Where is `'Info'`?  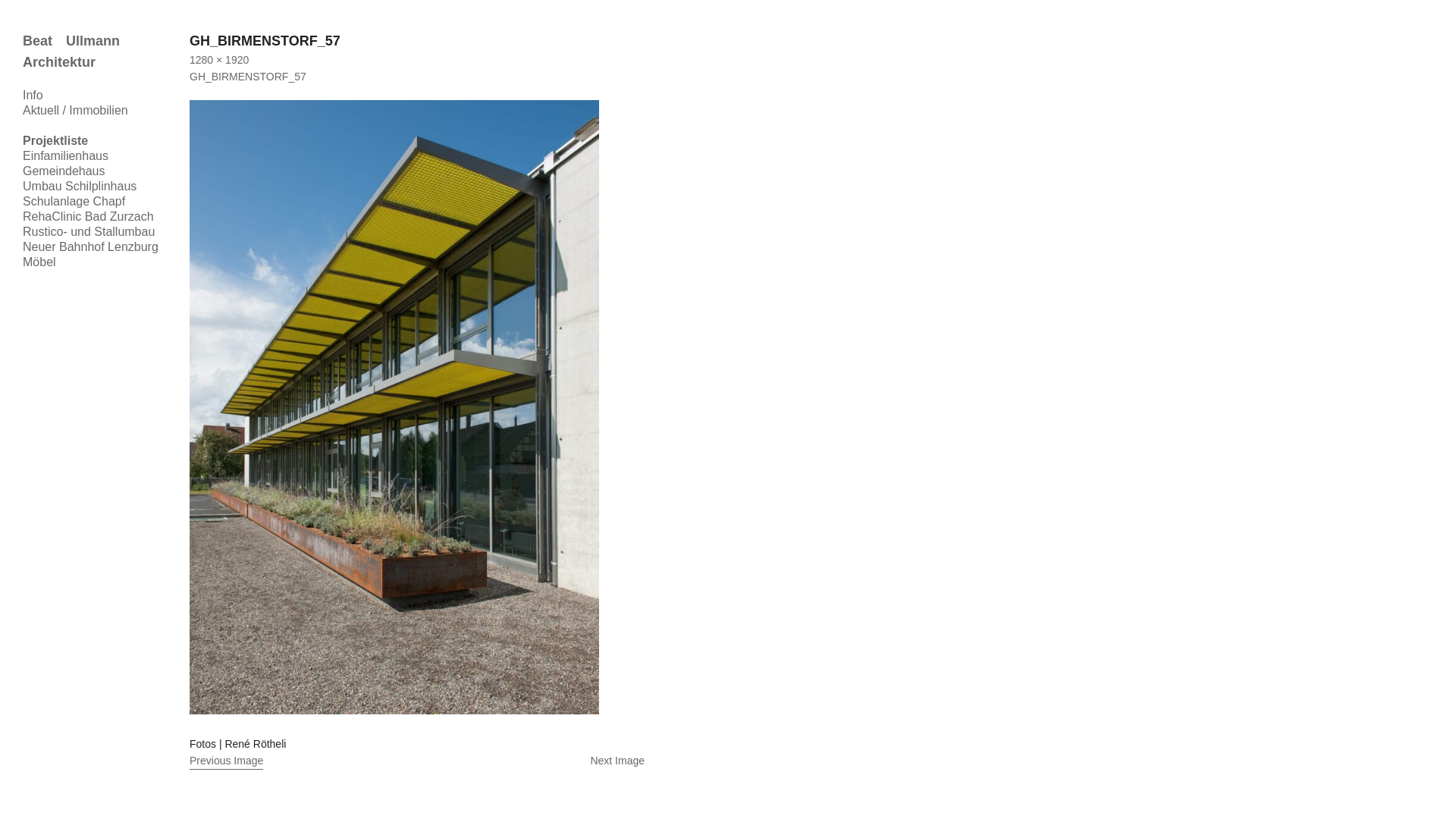
'Info' is located at coordinates (22, 95).